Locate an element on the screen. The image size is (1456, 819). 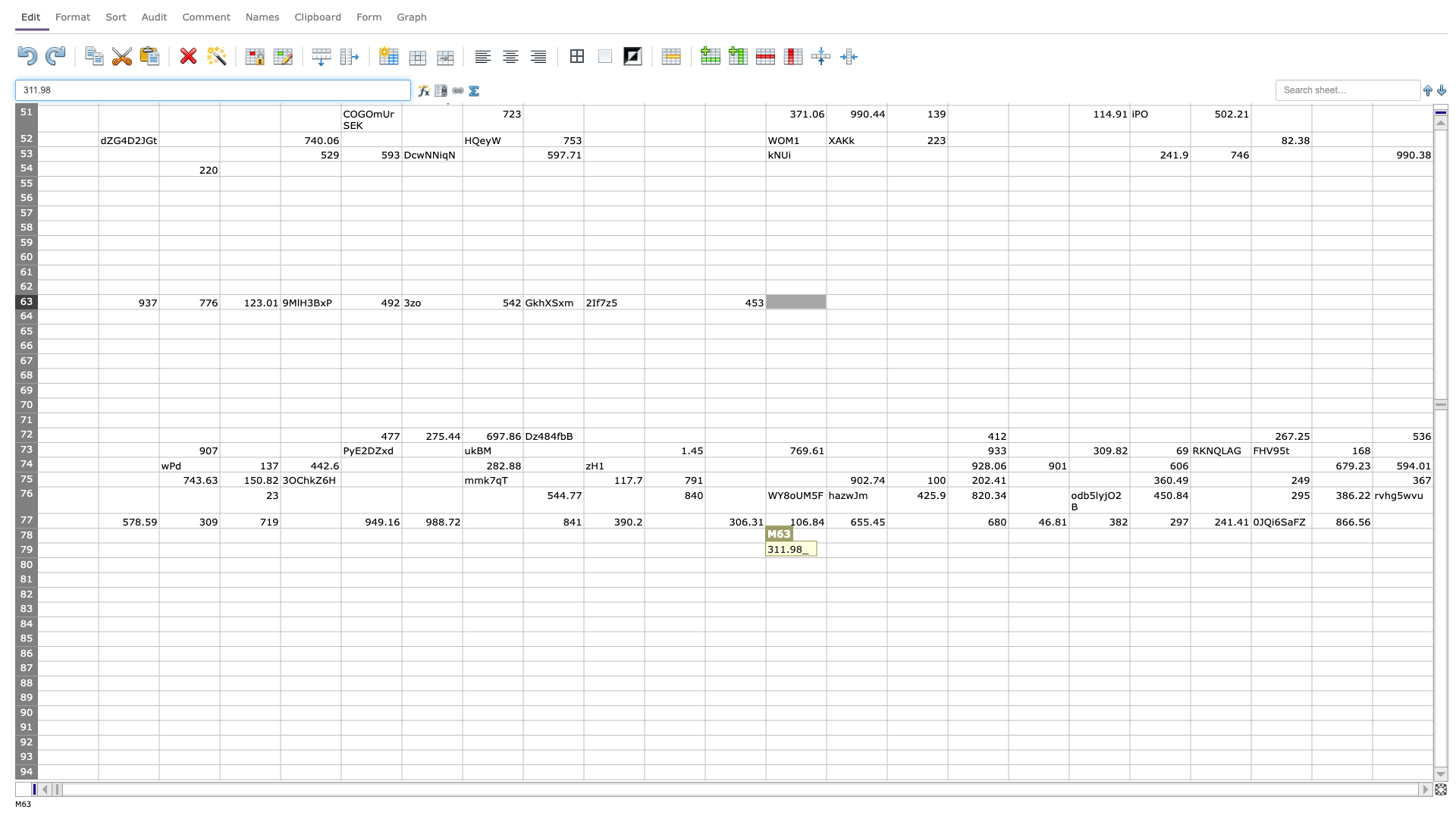
Top left corner of cell N-79 is located at coordinates (825, 542).